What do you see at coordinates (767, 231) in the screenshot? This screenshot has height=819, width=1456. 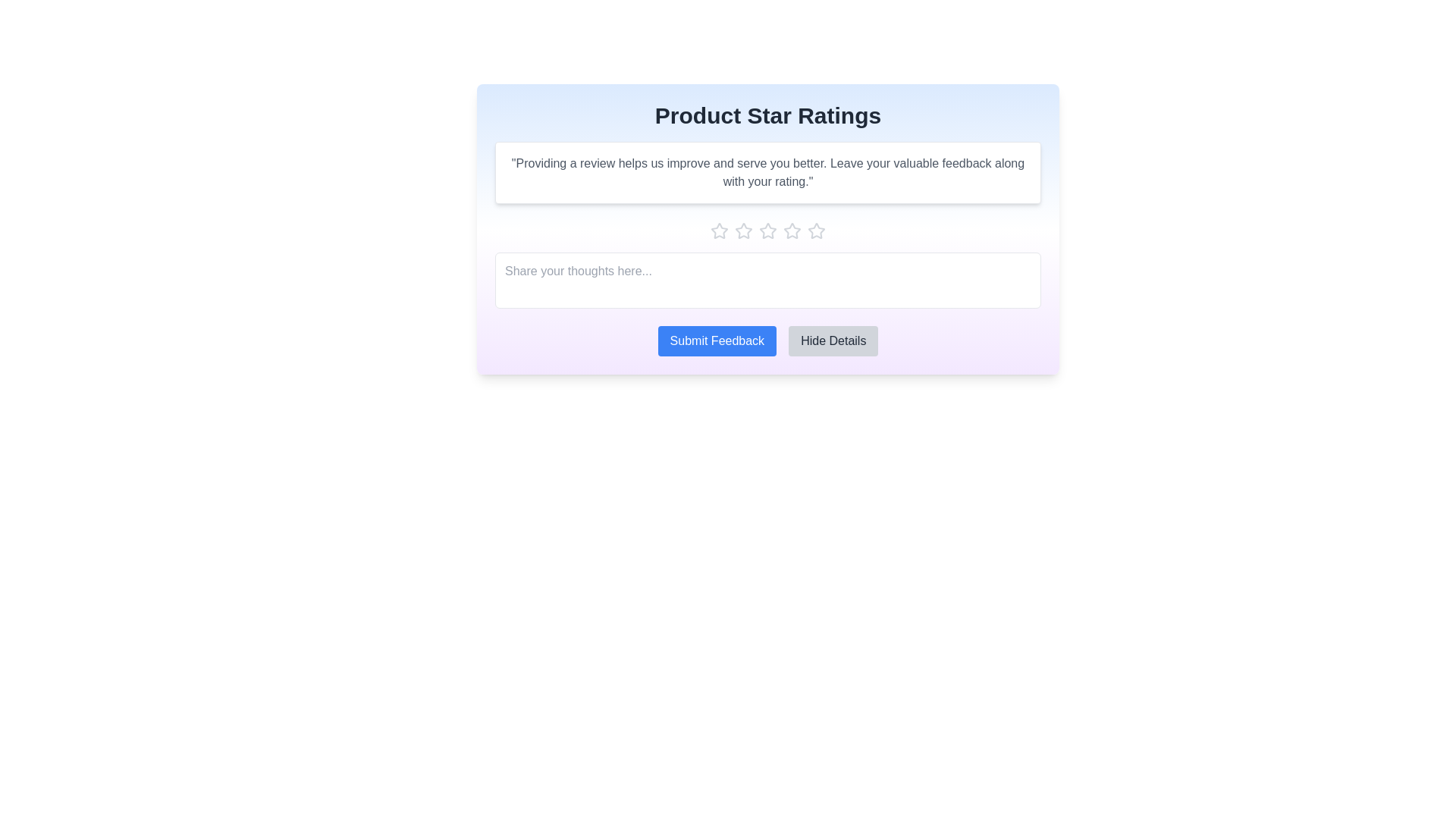 I see `the star corresponding to 3 to set the rating` at bounding box center [767, 231].